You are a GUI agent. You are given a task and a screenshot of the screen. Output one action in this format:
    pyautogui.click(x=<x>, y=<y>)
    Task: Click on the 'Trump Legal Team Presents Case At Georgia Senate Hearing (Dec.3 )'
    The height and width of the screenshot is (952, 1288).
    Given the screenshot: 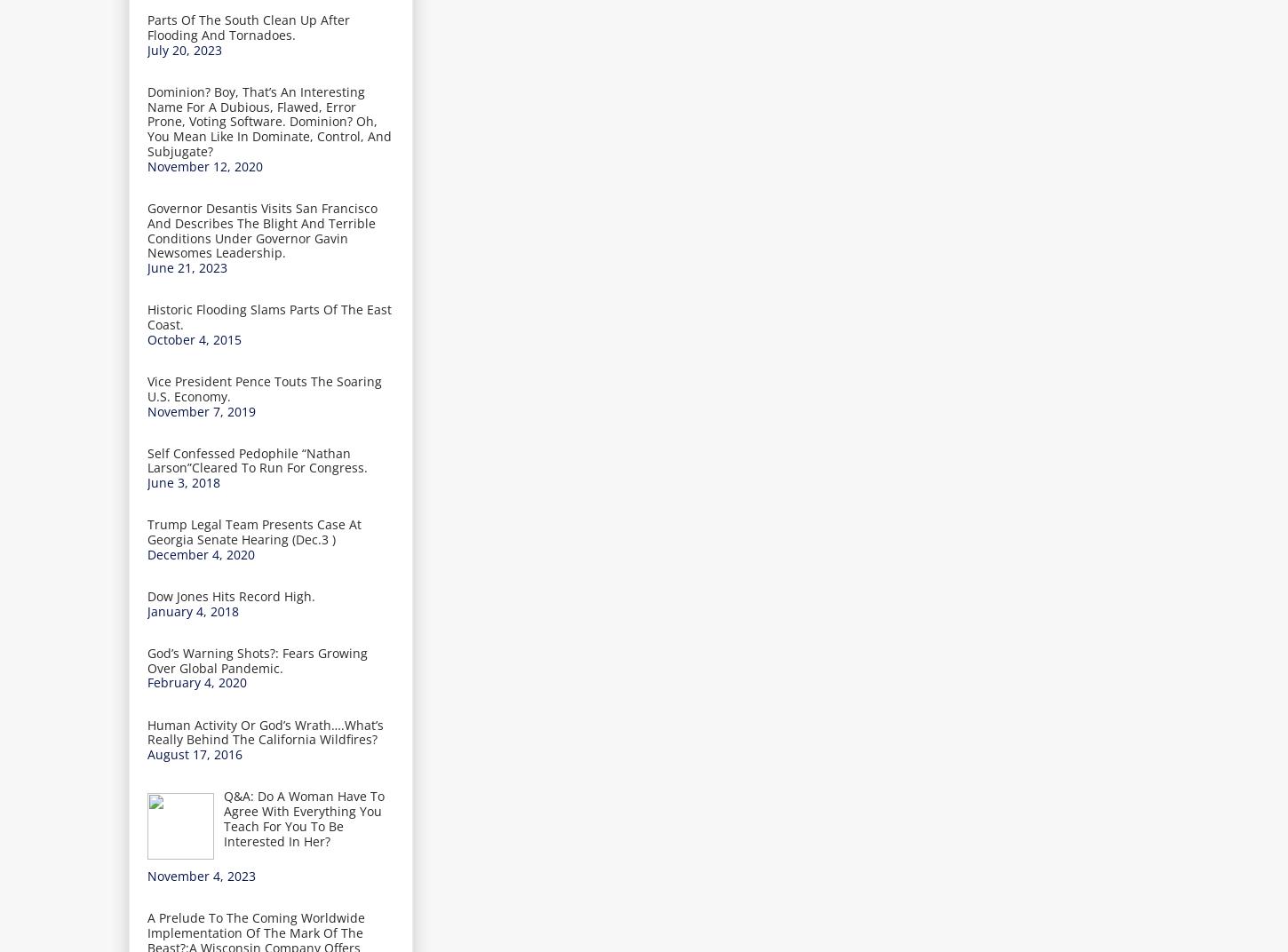 What is the action you would take?
    pyautogui.click(x=254, y=531)
    